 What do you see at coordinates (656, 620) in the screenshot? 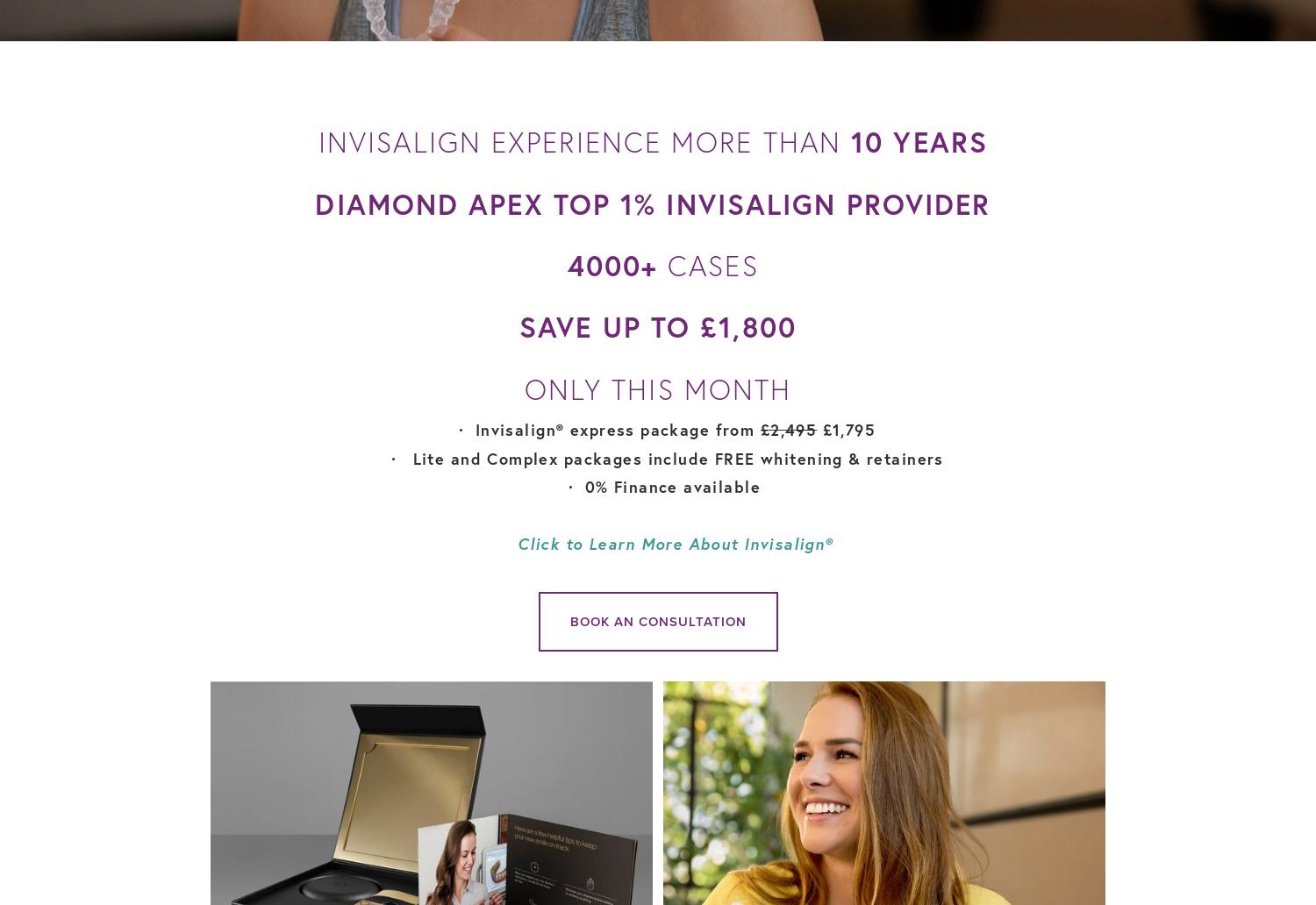
I see `'Book an consultation'` at bounding box center [656, 620].